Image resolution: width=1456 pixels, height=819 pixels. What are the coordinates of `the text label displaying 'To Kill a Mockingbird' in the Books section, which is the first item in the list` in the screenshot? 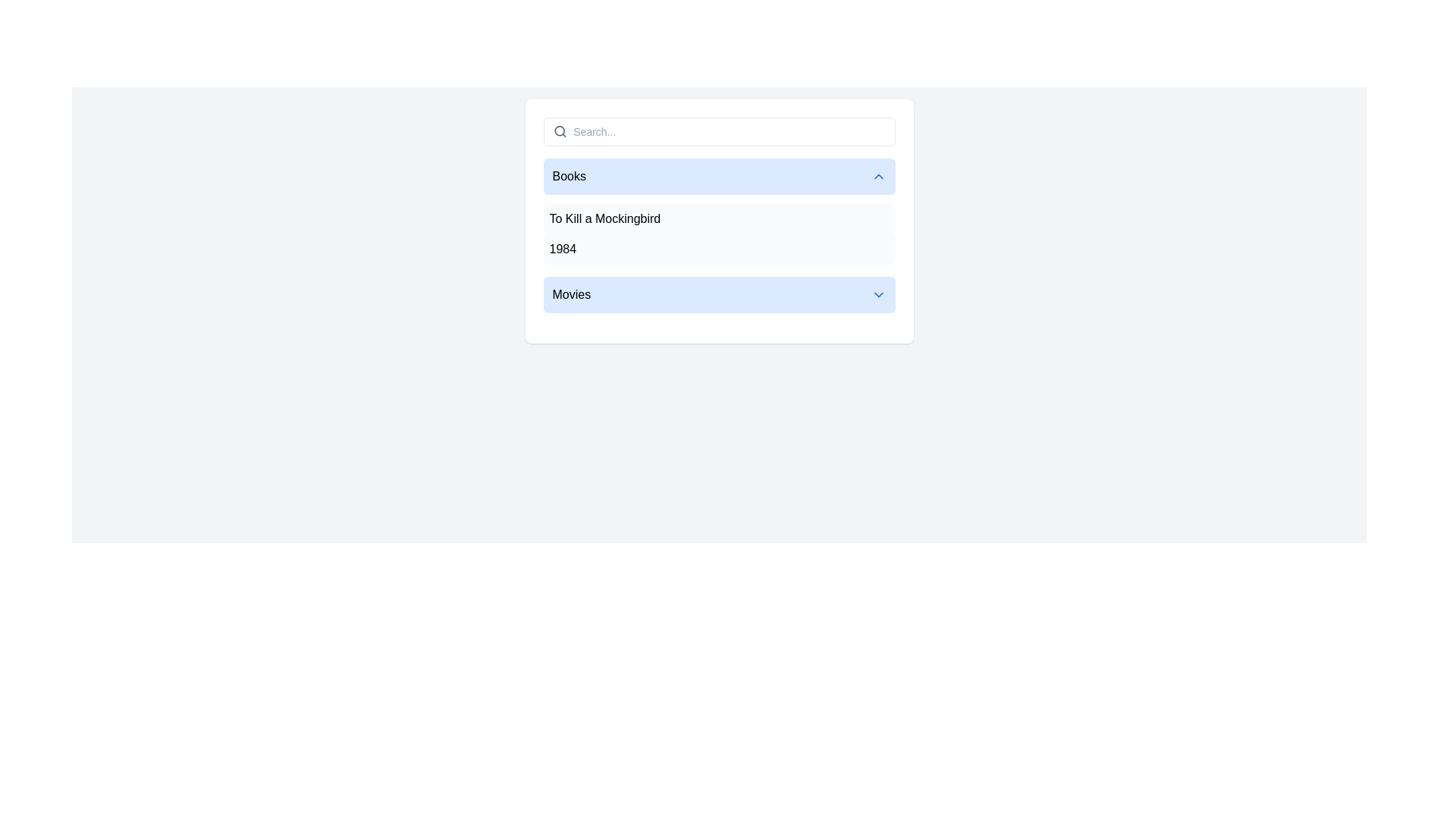 It's located at (604, 219).